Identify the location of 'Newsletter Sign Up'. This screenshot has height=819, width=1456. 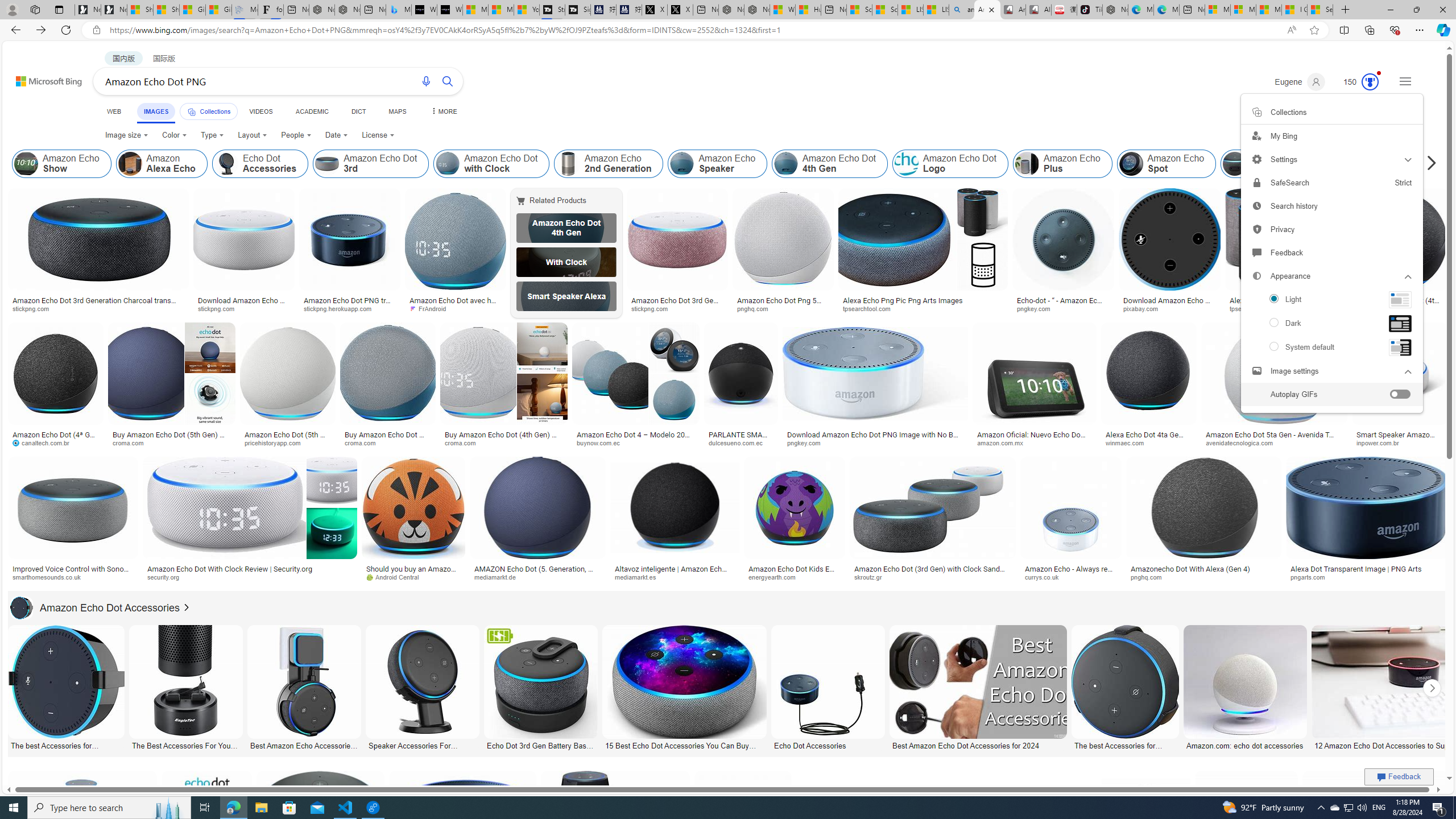
(113, 9).